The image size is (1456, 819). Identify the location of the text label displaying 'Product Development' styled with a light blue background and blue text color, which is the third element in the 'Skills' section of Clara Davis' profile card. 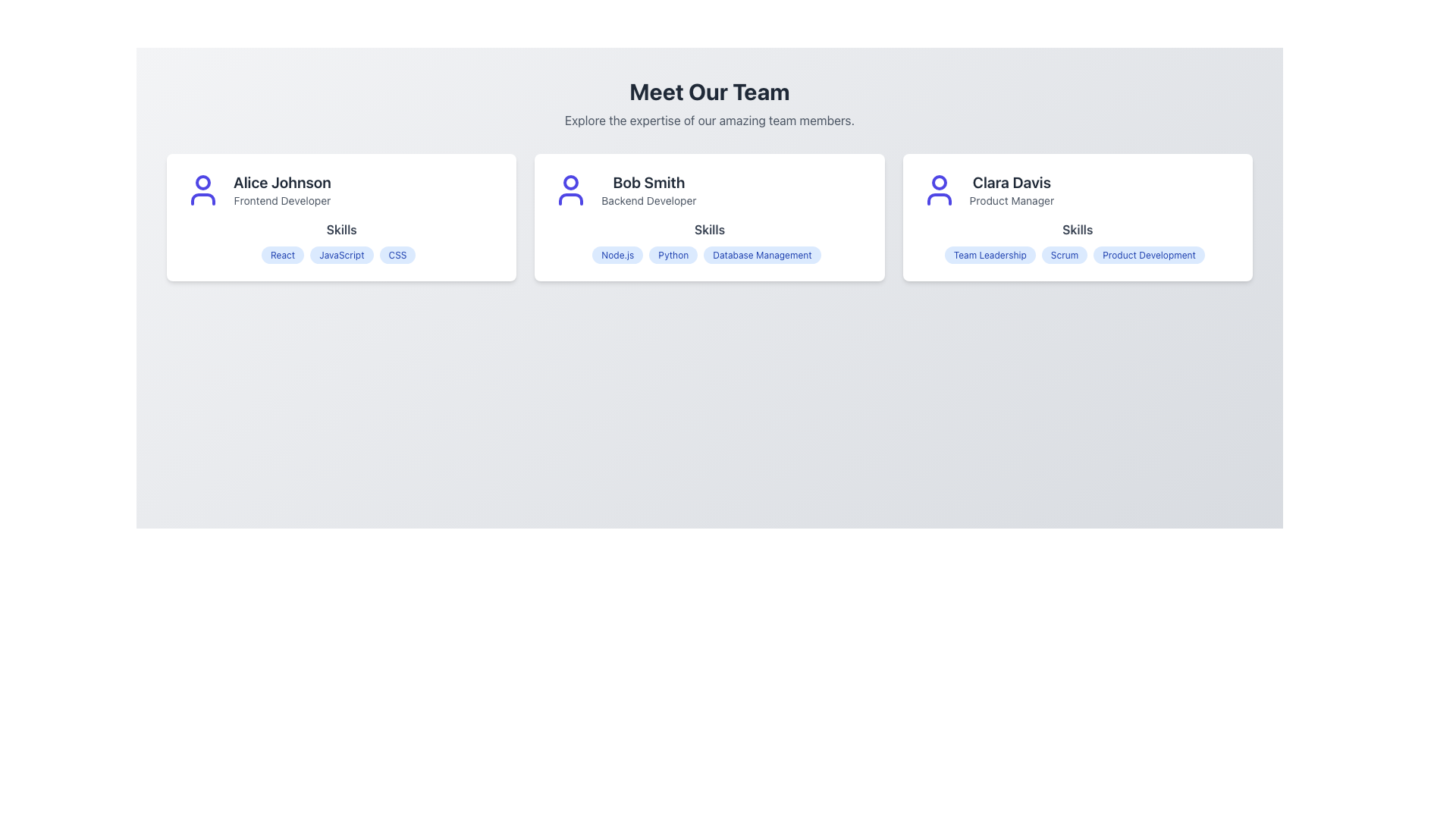
(1149, 254).